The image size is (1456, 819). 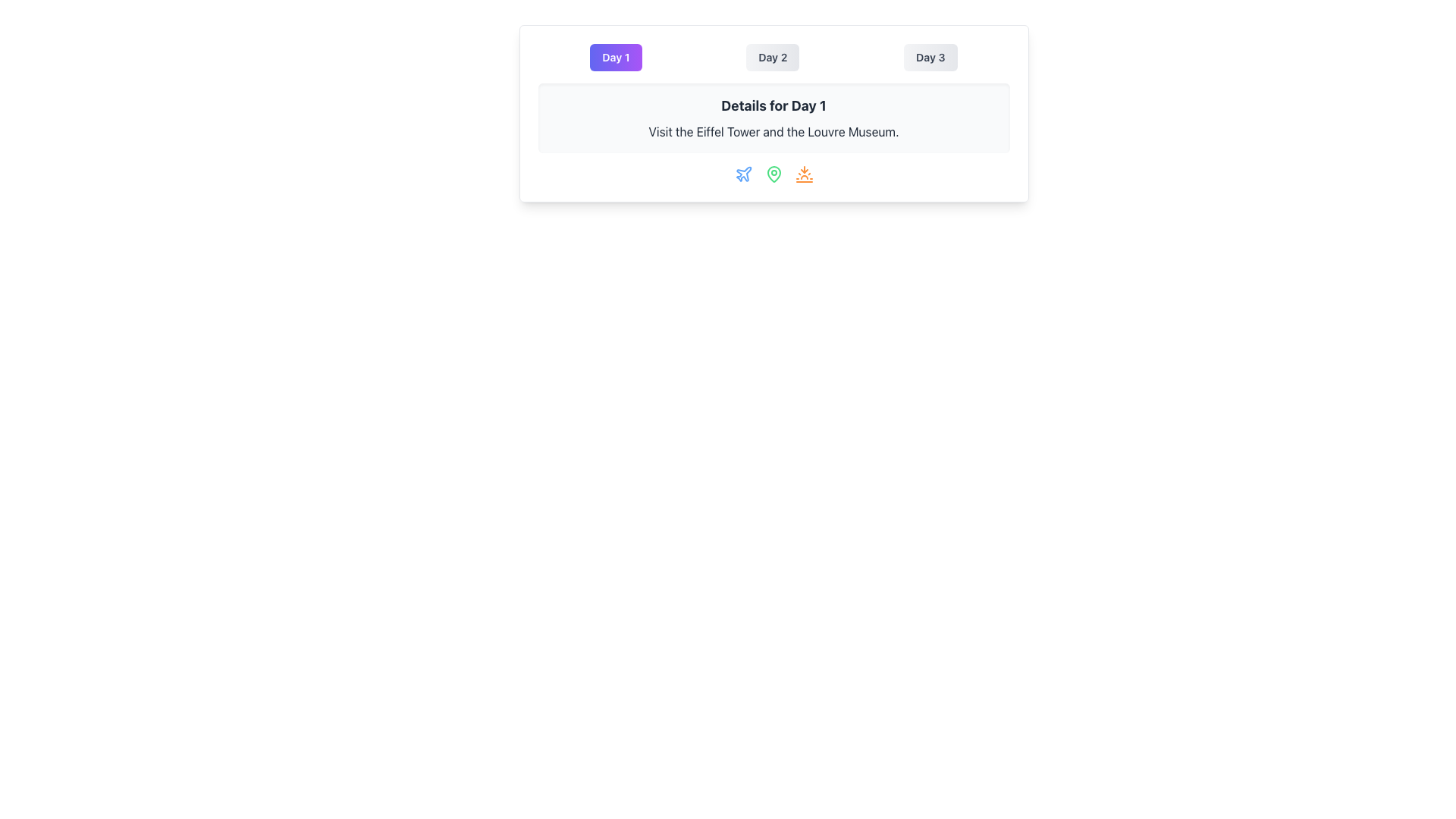 I want to click on the 'Day 1' button, which is the leftmost button with a gradient background and white text, so click(x=616, y=57).